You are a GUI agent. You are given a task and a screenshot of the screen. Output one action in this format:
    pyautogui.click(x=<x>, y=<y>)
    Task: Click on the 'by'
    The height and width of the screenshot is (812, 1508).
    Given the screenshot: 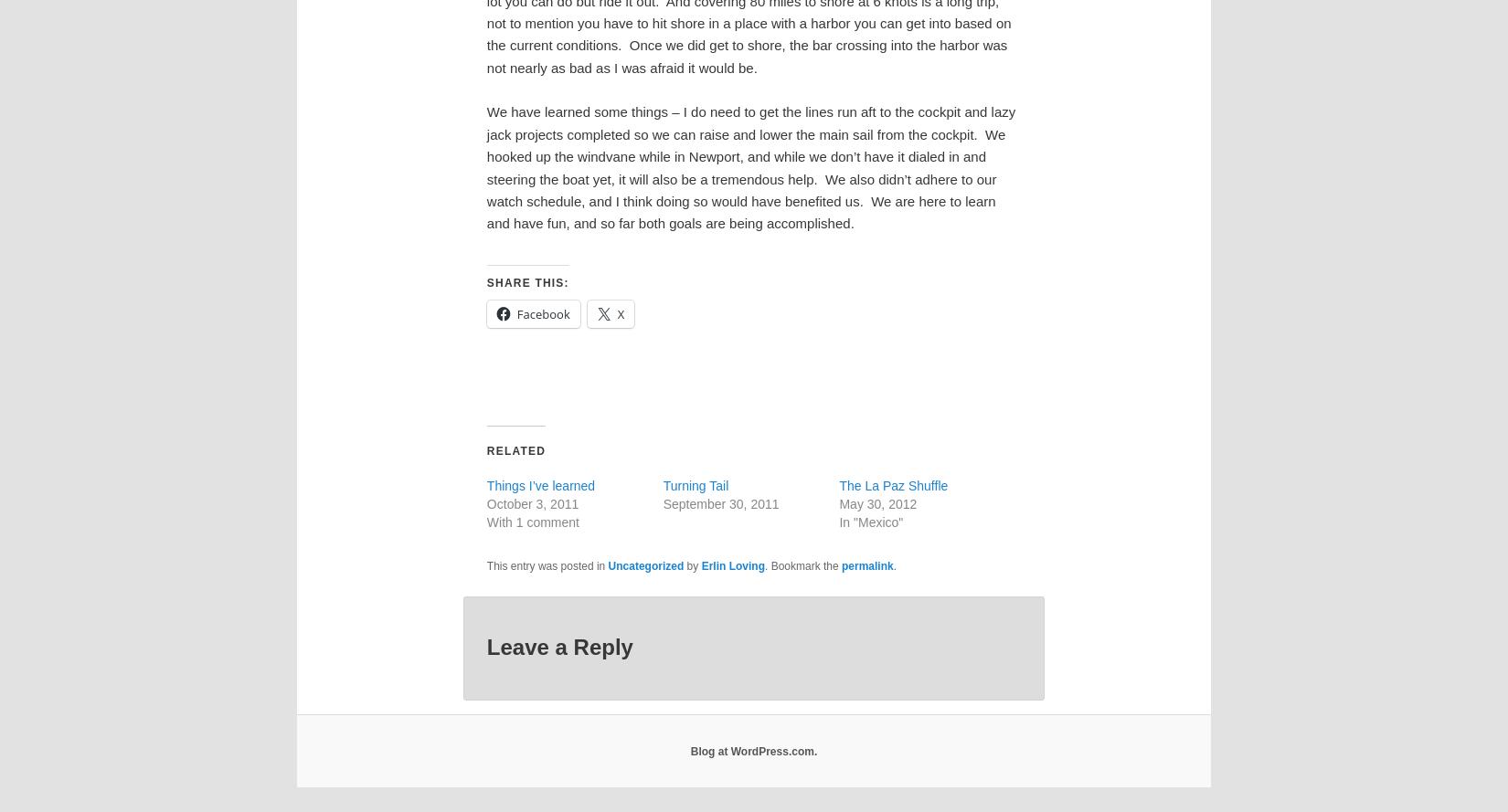 What is the action you would take?
    pyautogui.click(x=691, y=564)
    